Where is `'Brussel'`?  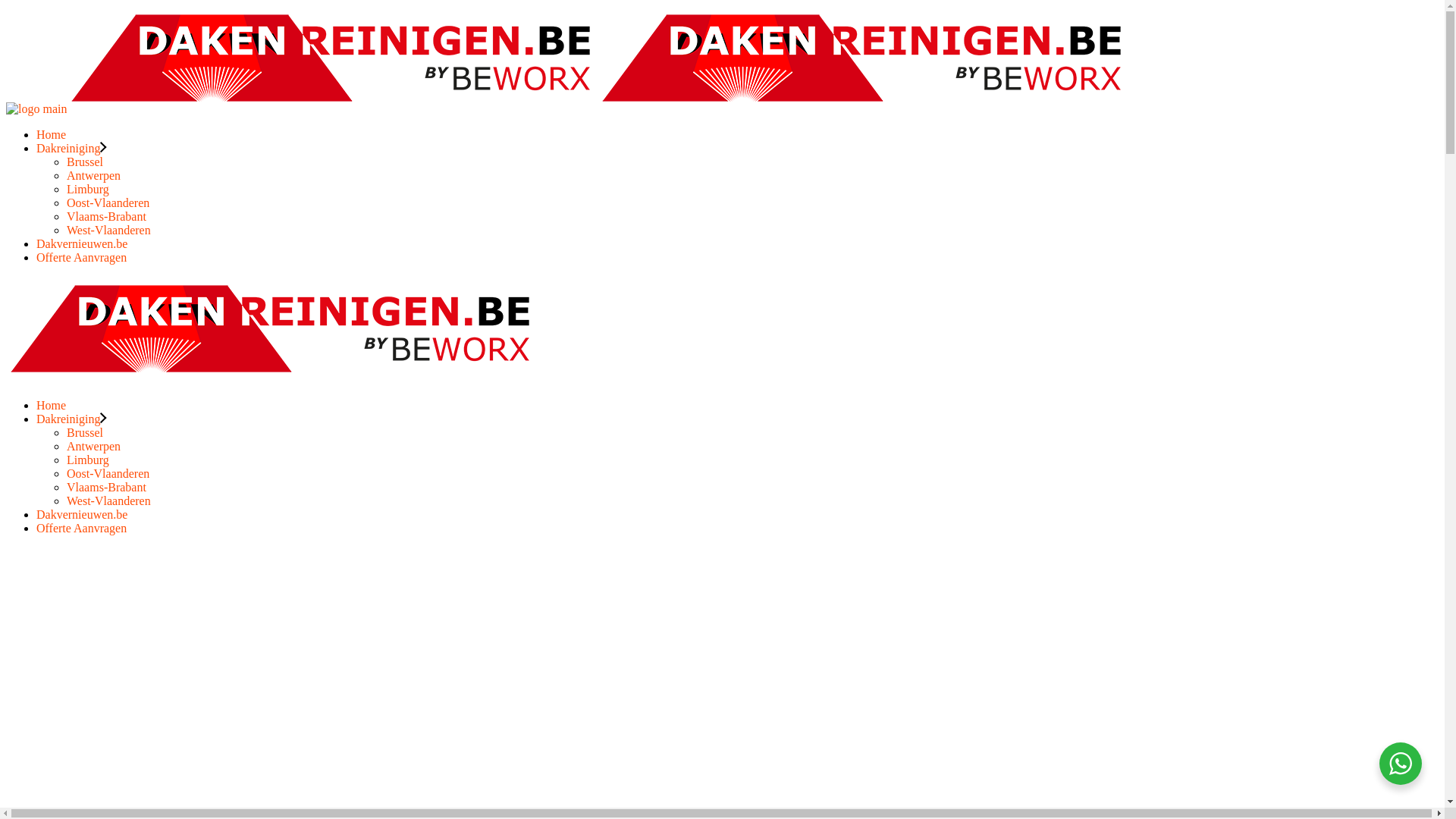 'Brussel' is located at coordinates (83, 432).